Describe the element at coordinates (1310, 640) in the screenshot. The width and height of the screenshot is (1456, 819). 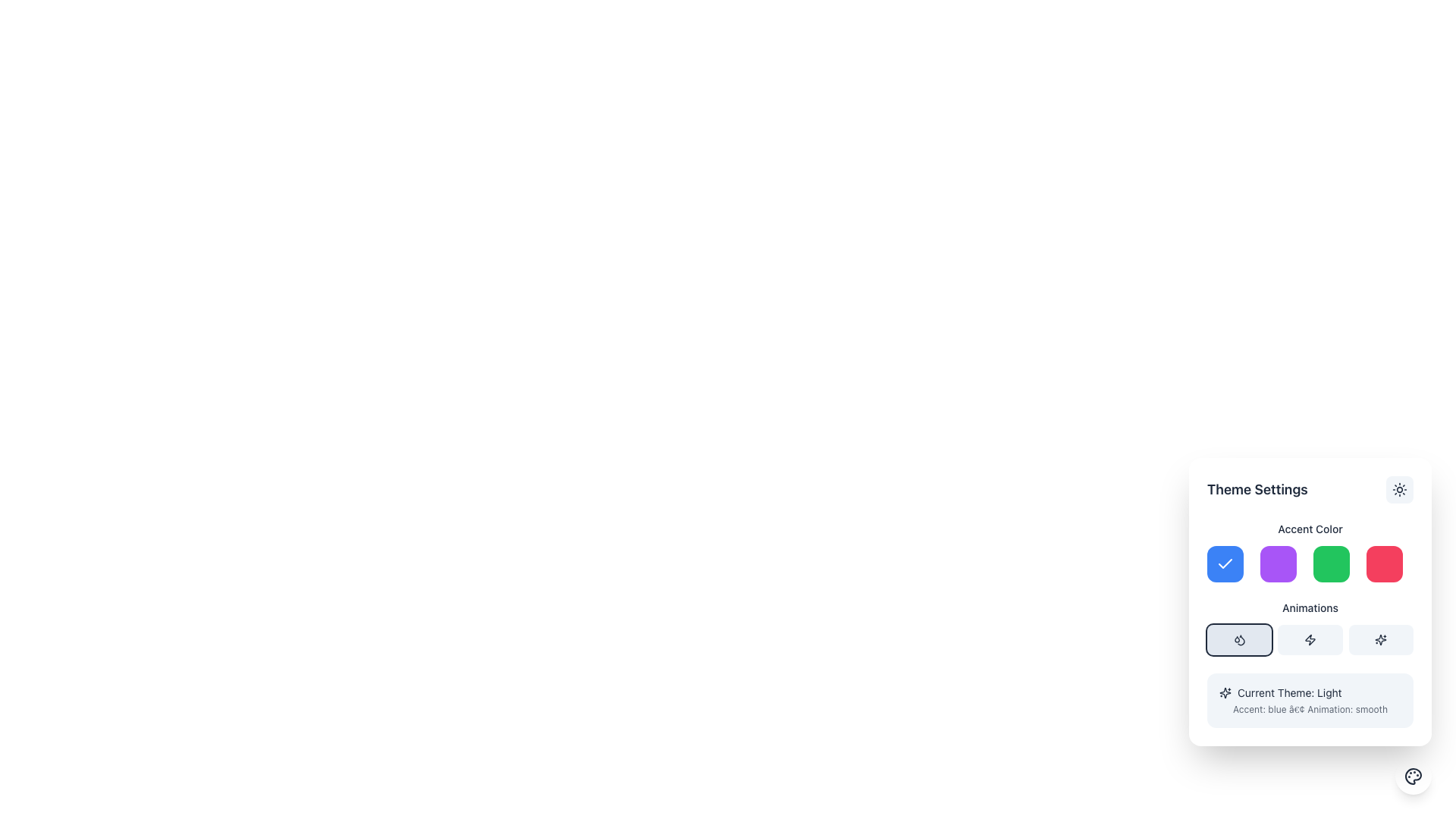
I see `the button with the lightning bolt icon in the middle column of the 'Animations' section` at that location.